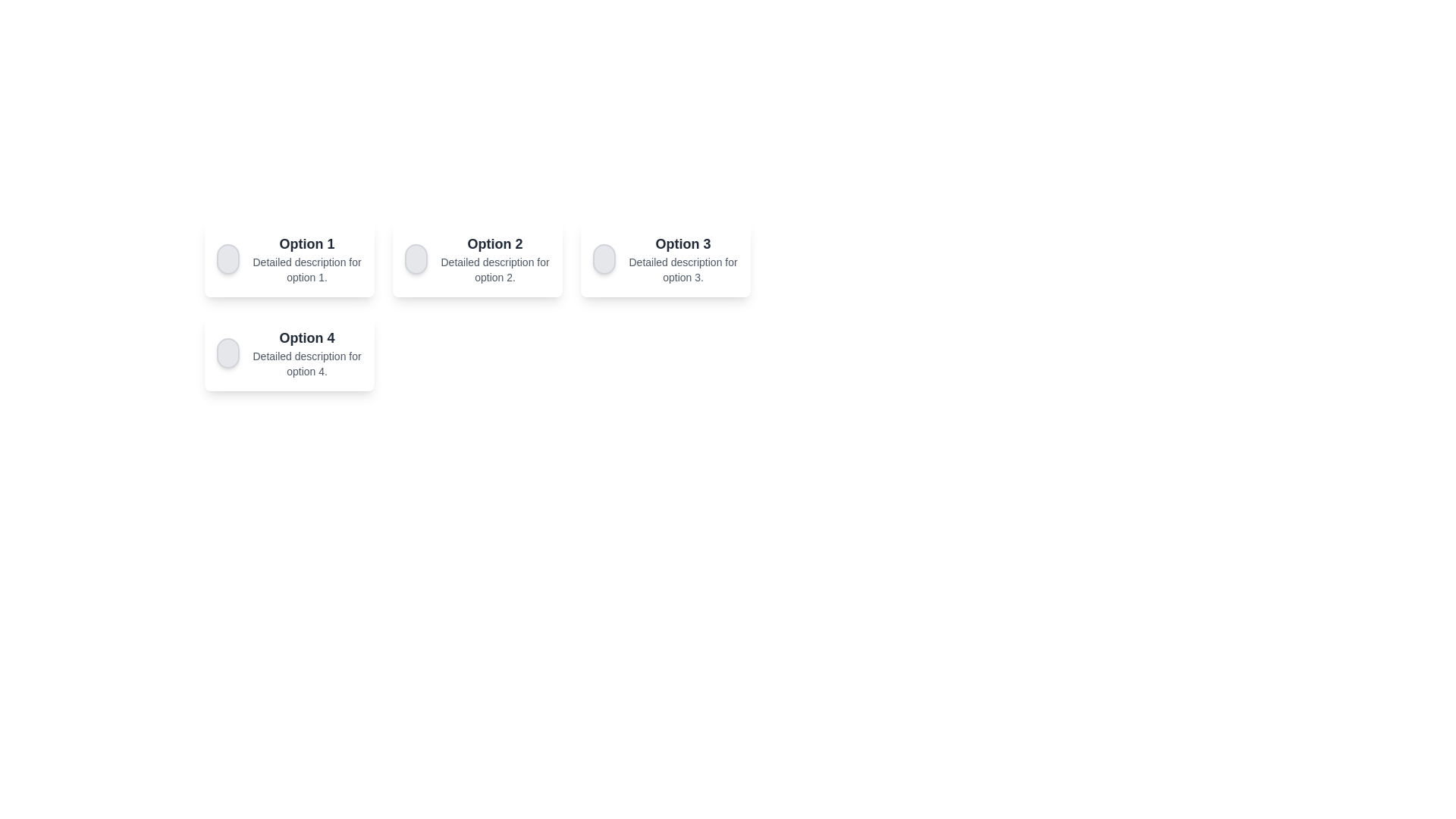 The width and height of the screenshot is (1456, 819). I want to click on the primary title text label located at the top of the card in the second row of the grid, so click(682, 243).